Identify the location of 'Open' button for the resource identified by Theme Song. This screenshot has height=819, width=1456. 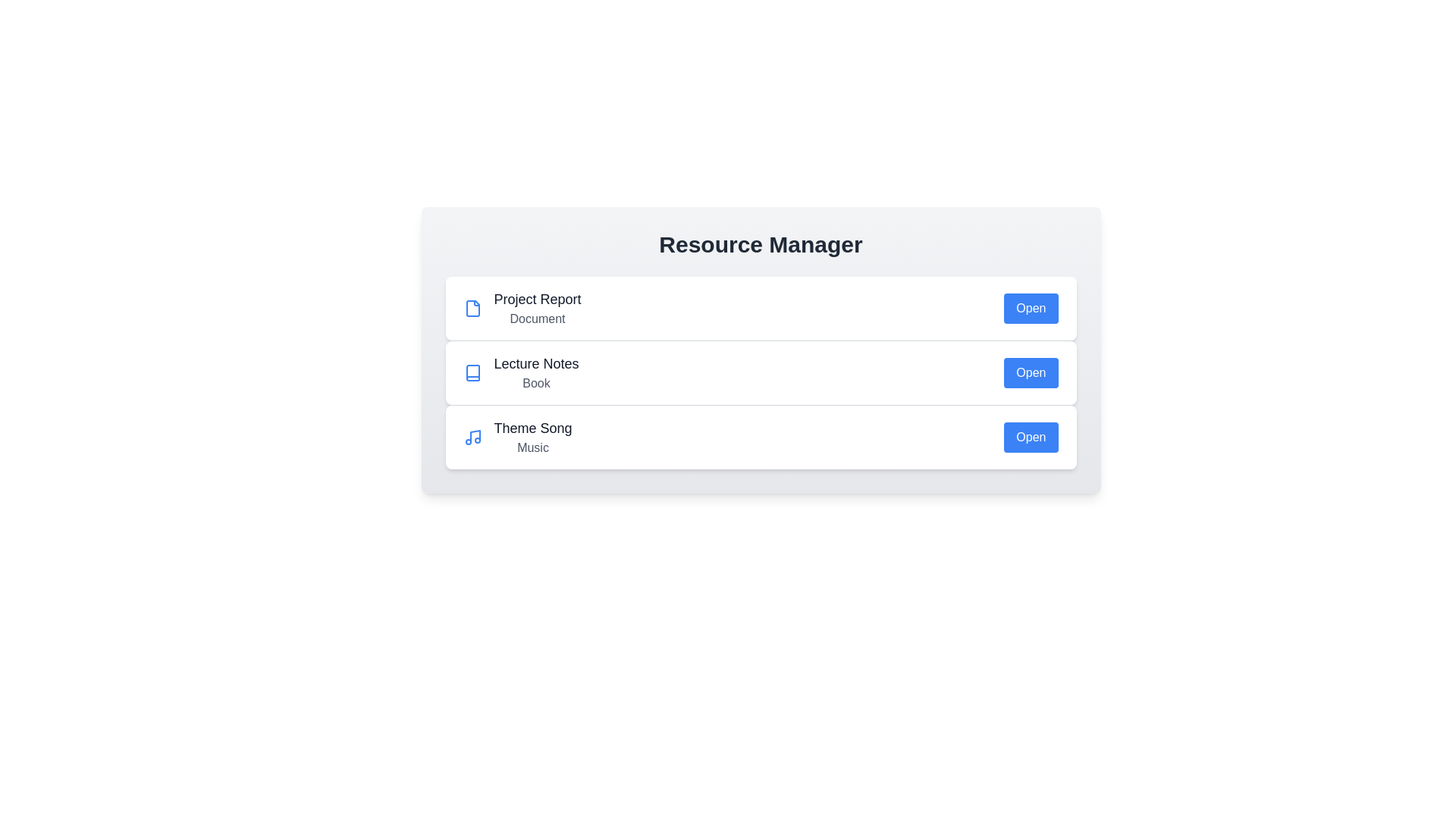
(1031, 438).